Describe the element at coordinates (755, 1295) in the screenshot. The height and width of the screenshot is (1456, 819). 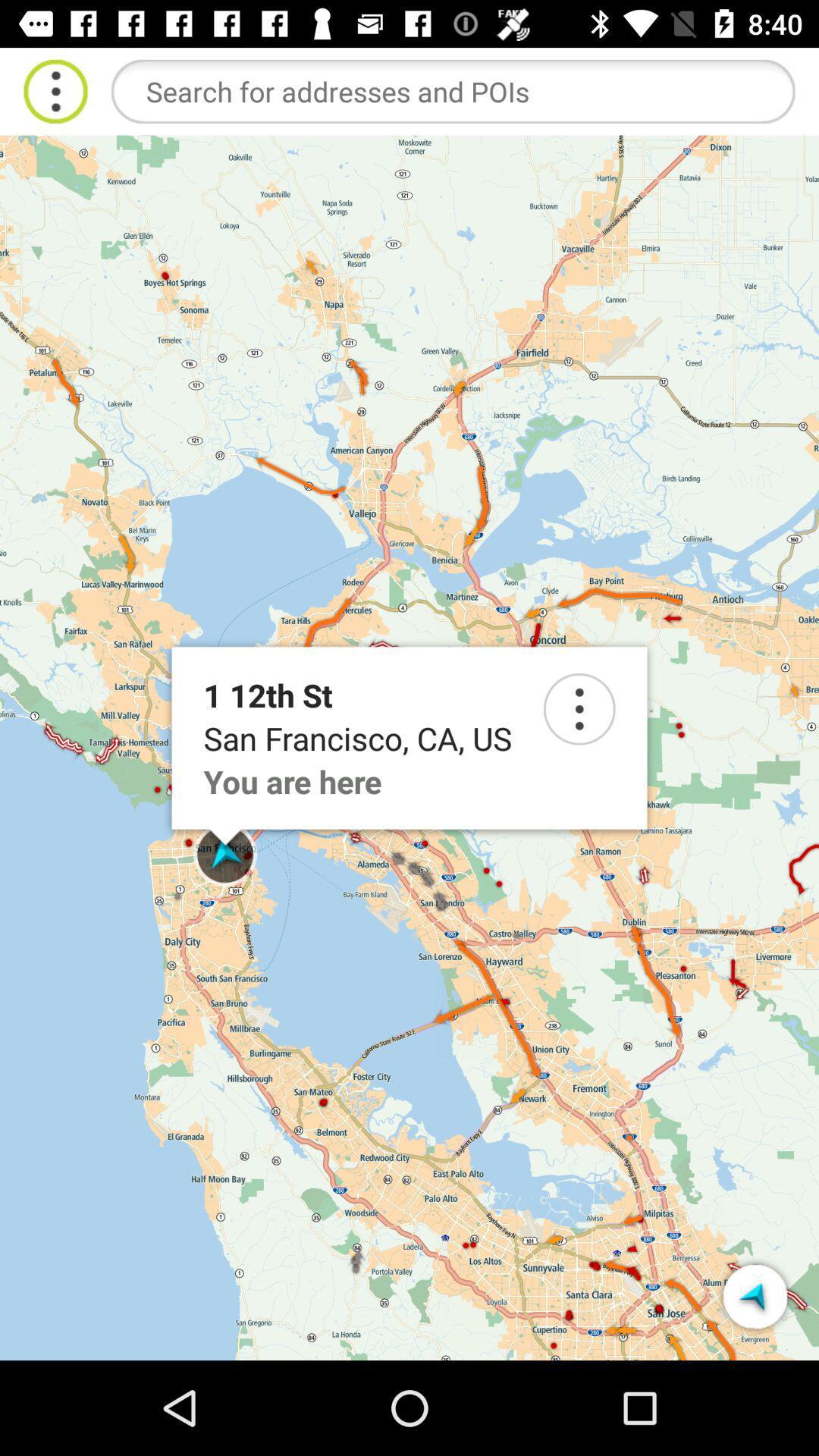
I see `route way` at that location.